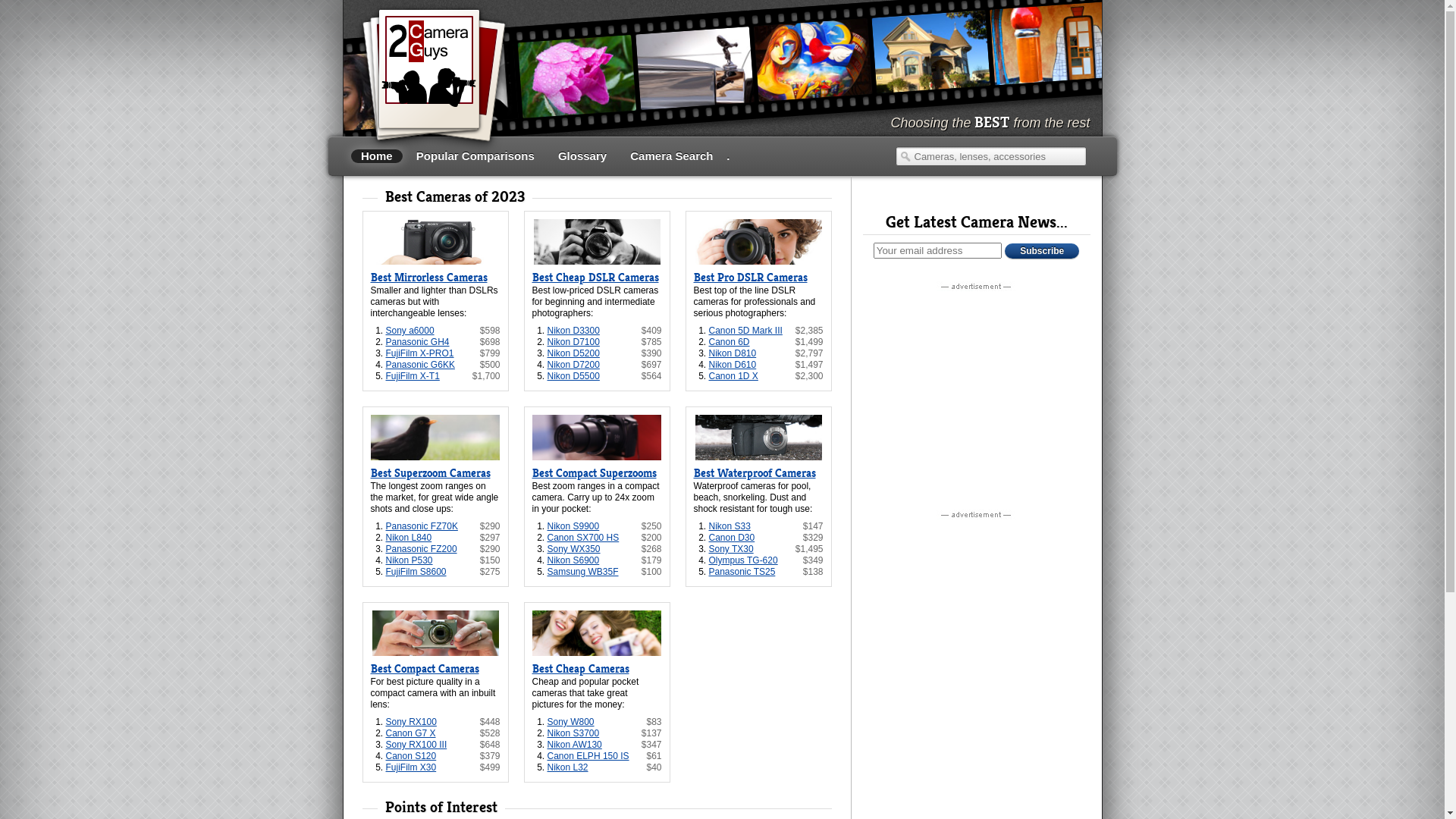 The width and height of the screenshot is (1456, 819). What do you see at coordinates (376, 155) in the screenshot?
I see `'Home'` at bounding box center [376, 155].